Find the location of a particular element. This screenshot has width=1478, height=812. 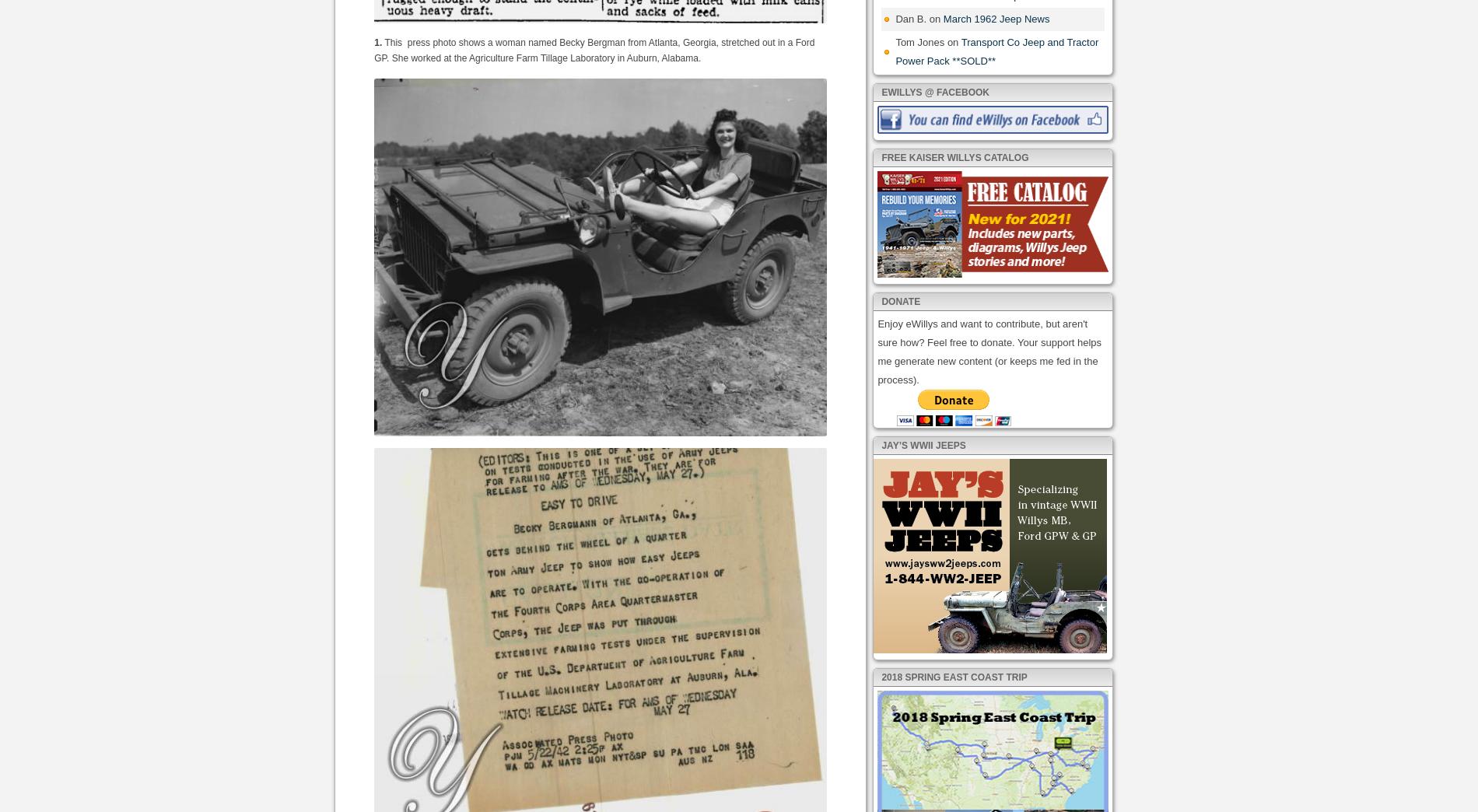

'Jay’s WWII Jeeps' is located at coordinates (923, 445).